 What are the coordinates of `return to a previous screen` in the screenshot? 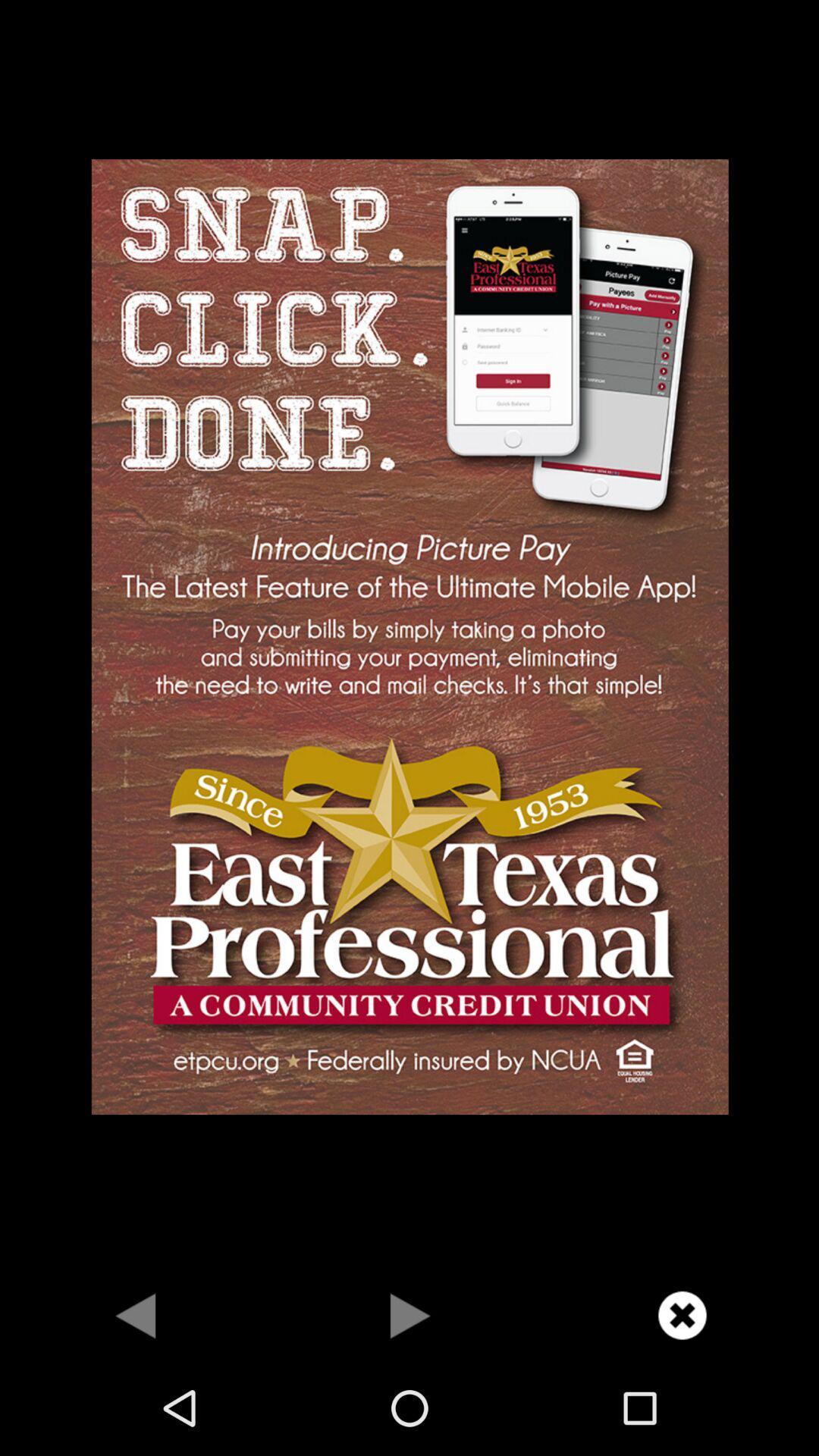 It's located at (136, 1314).